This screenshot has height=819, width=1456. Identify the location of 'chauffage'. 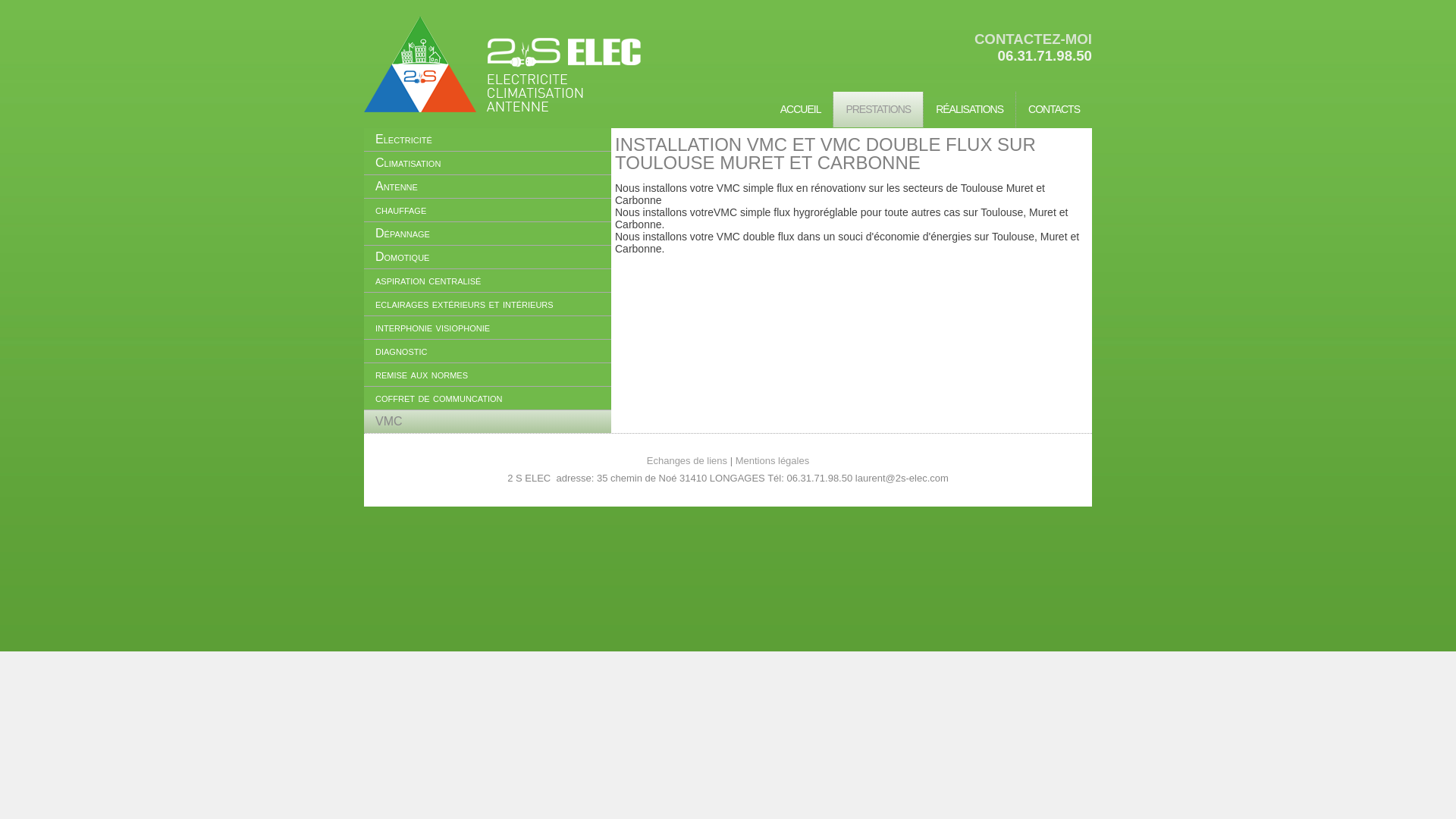
(488, 210).